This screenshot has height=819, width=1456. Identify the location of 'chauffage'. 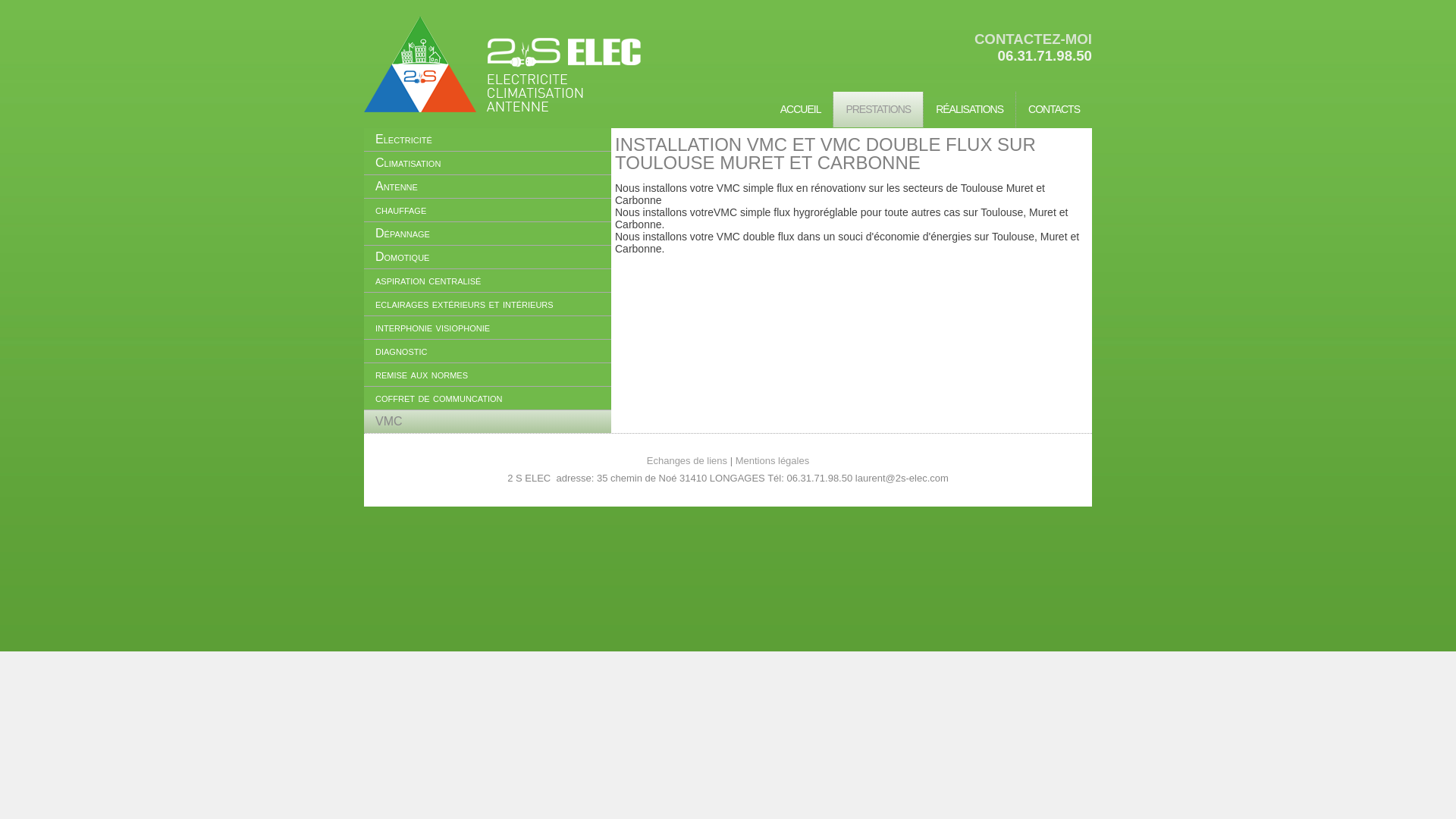
(488, 210).